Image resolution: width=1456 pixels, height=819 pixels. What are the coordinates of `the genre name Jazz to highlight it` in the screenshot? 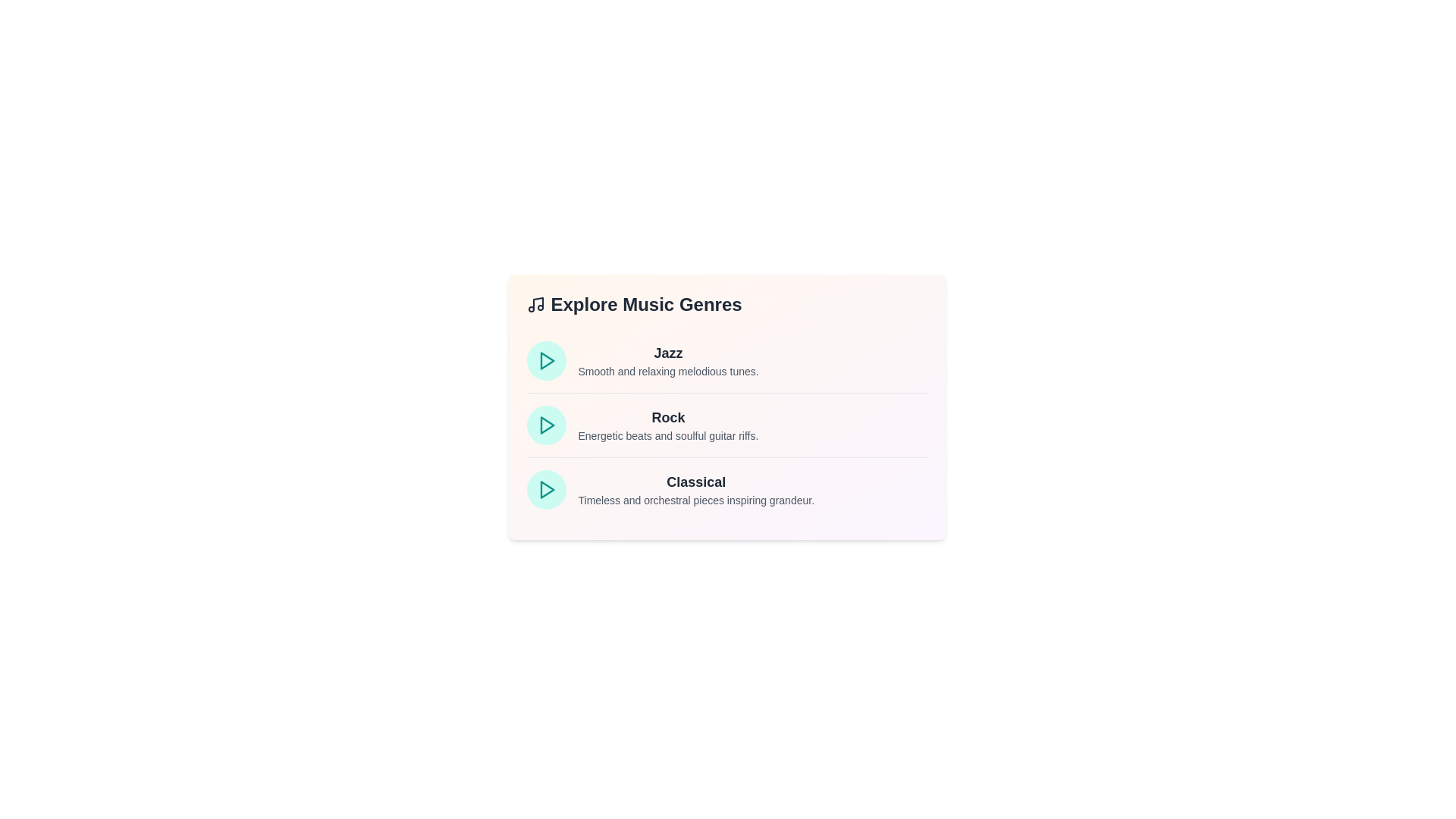 It's located at (667, 353).